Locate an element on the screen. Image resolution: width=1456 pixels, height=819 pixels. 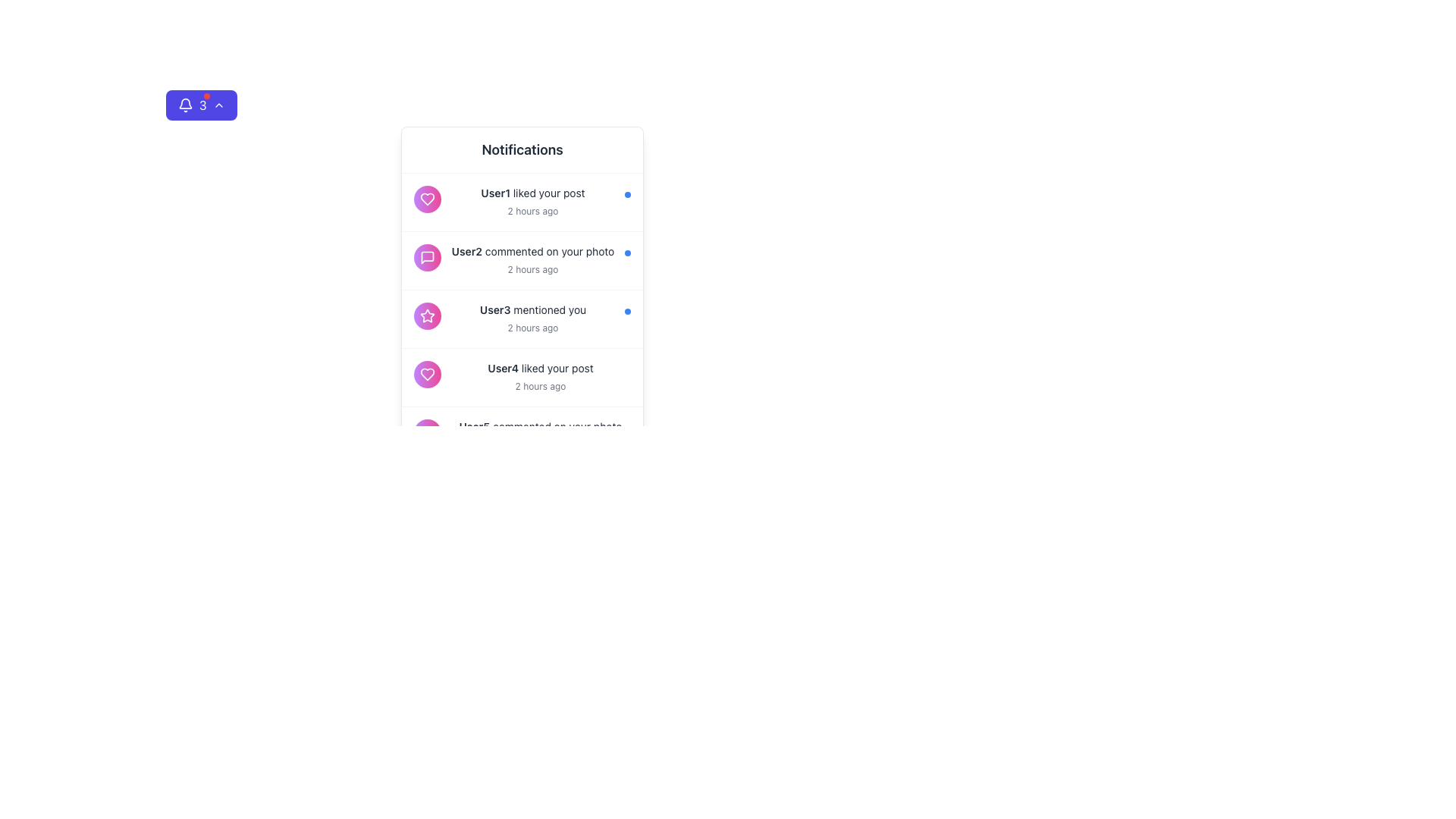
the circular icon with a gradient color filling from purple to pink that contains a white heart symbol, located in the first notification row to the left of 'User1 liked your post' is located at coordinates (427, 198).